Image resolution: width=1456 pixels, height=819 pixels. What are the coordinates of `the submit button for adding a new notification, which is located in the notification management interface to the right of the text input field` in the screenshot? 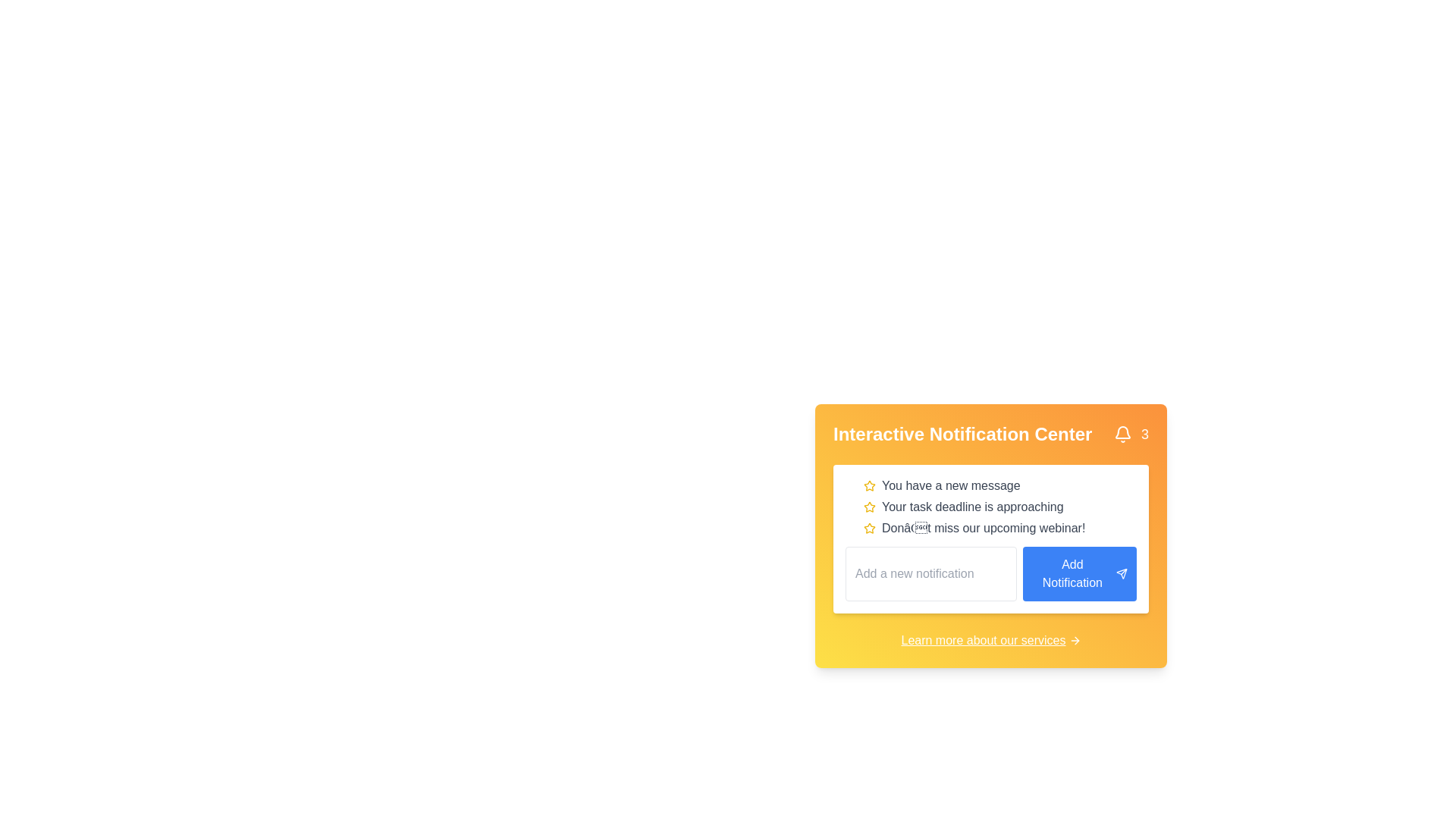 It's located at (1079, 573).